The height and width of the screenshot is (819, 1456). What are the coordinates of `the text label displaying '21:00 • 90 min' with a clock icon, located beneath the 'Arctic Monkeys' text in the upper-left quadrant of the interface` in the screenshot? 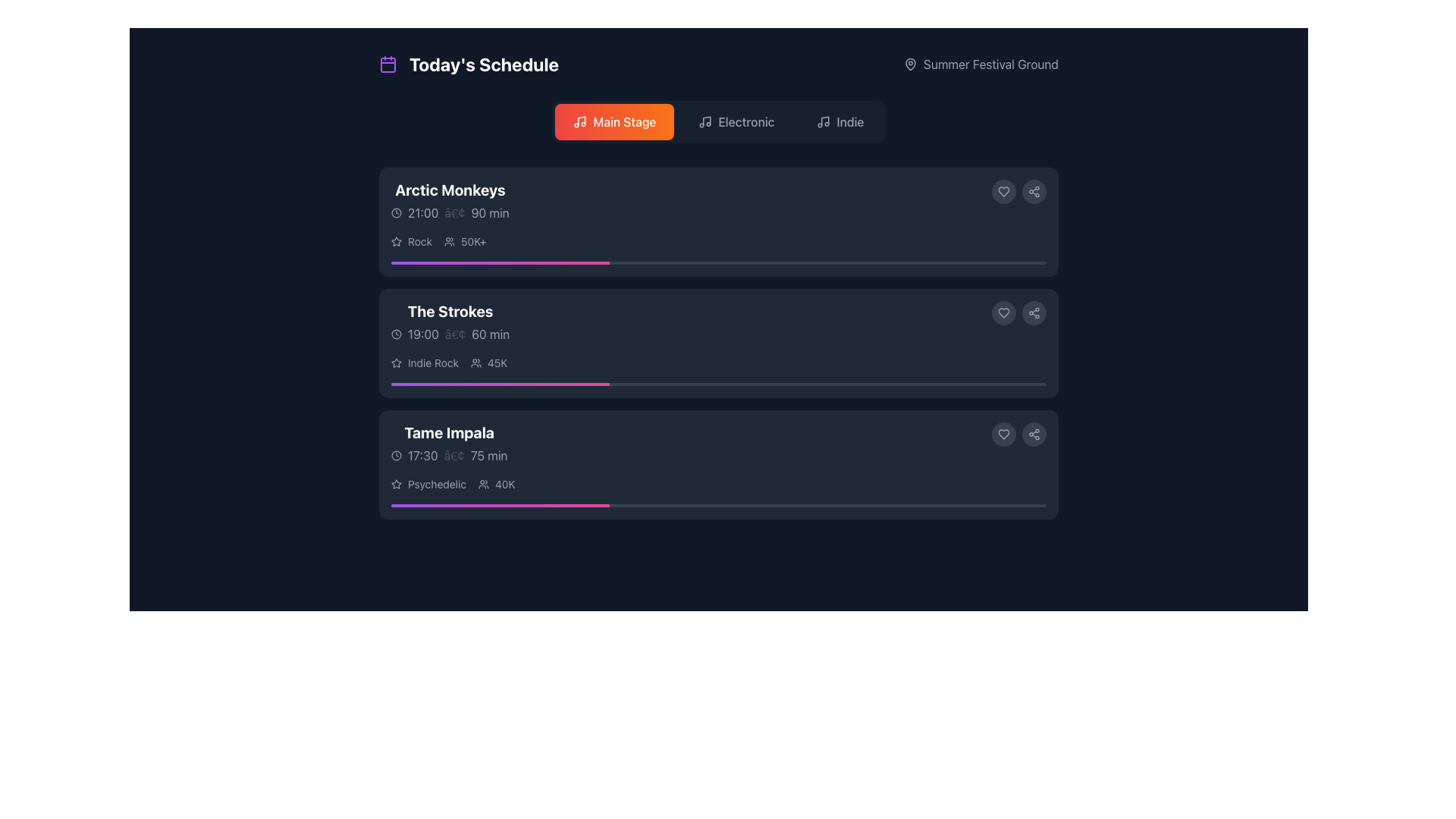 It's located at (449, 213).